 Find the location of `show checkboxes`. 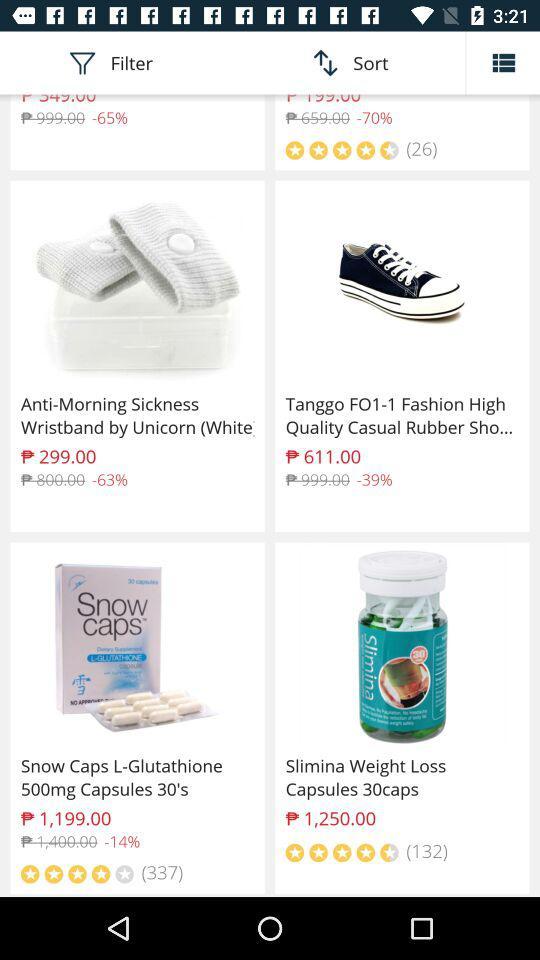

show checkboxes is located at coordinates (502, 62).